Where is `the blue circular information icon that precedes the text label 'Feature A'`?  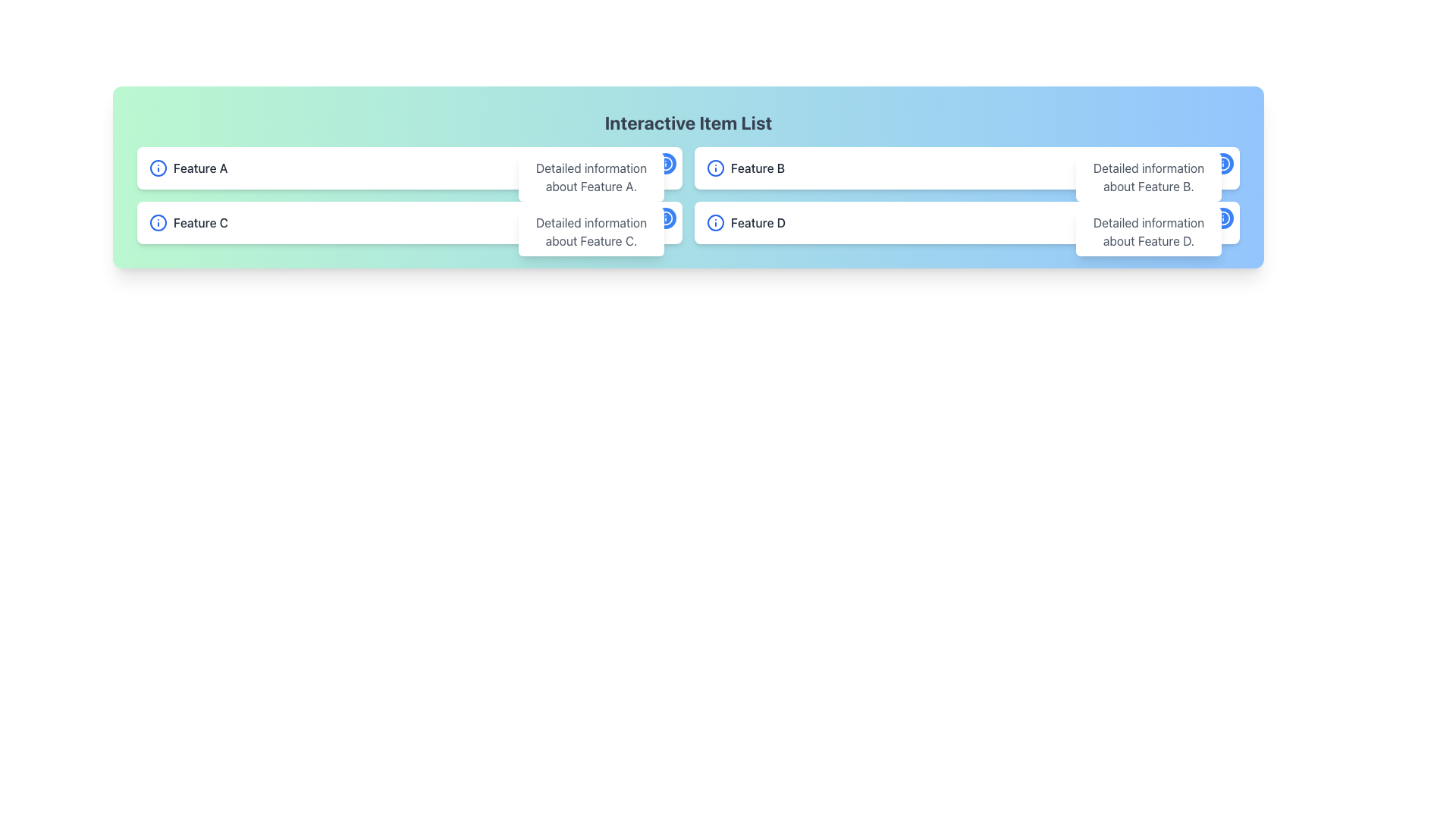 the blue circular information icon that precedes the text label 'Feature A' is located at coordinates (158, 168).